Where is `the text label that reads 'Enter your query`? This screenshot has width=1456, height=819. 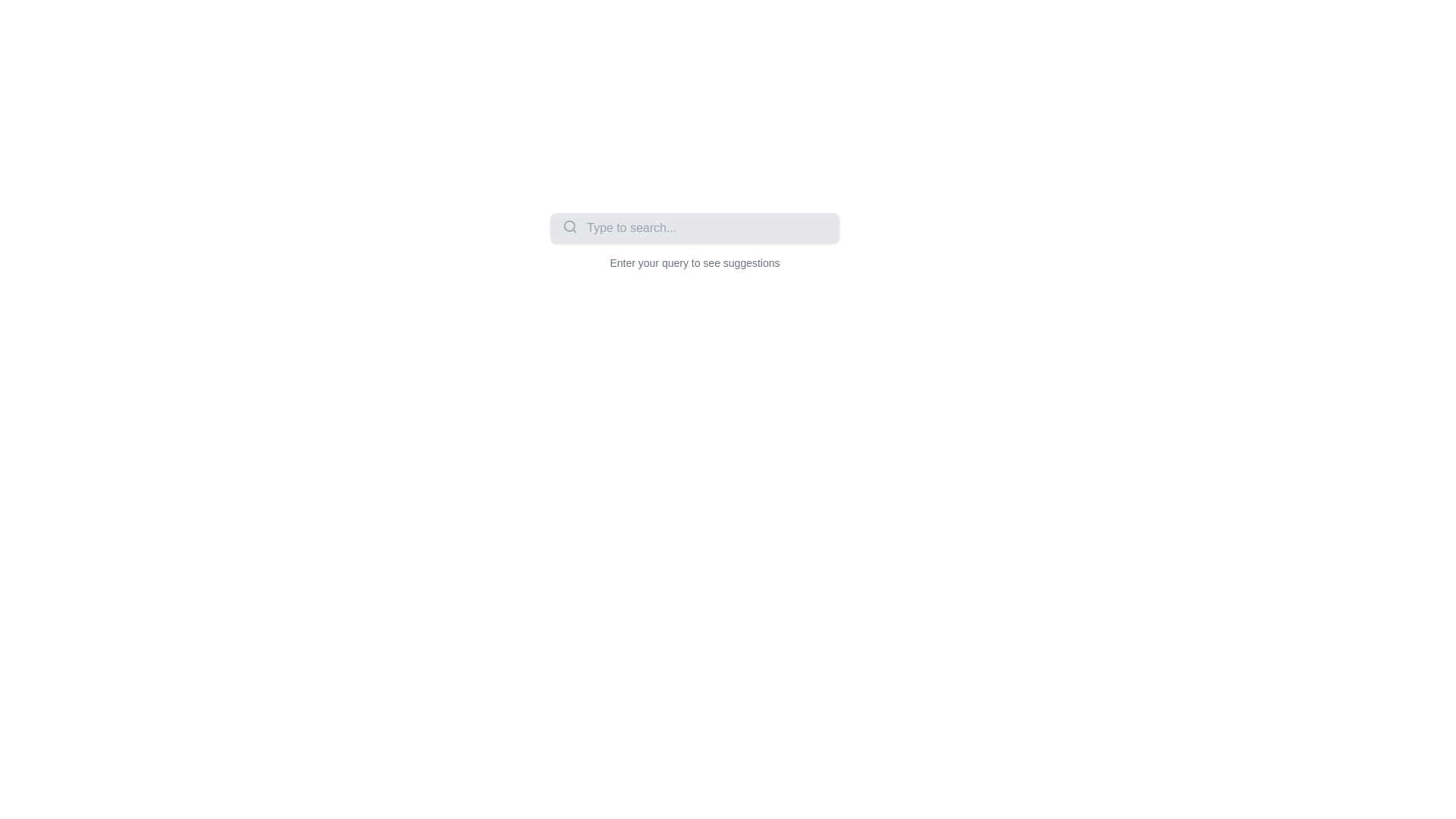 the text label that reads 'Enter your query is located at coordinates (694, 262).